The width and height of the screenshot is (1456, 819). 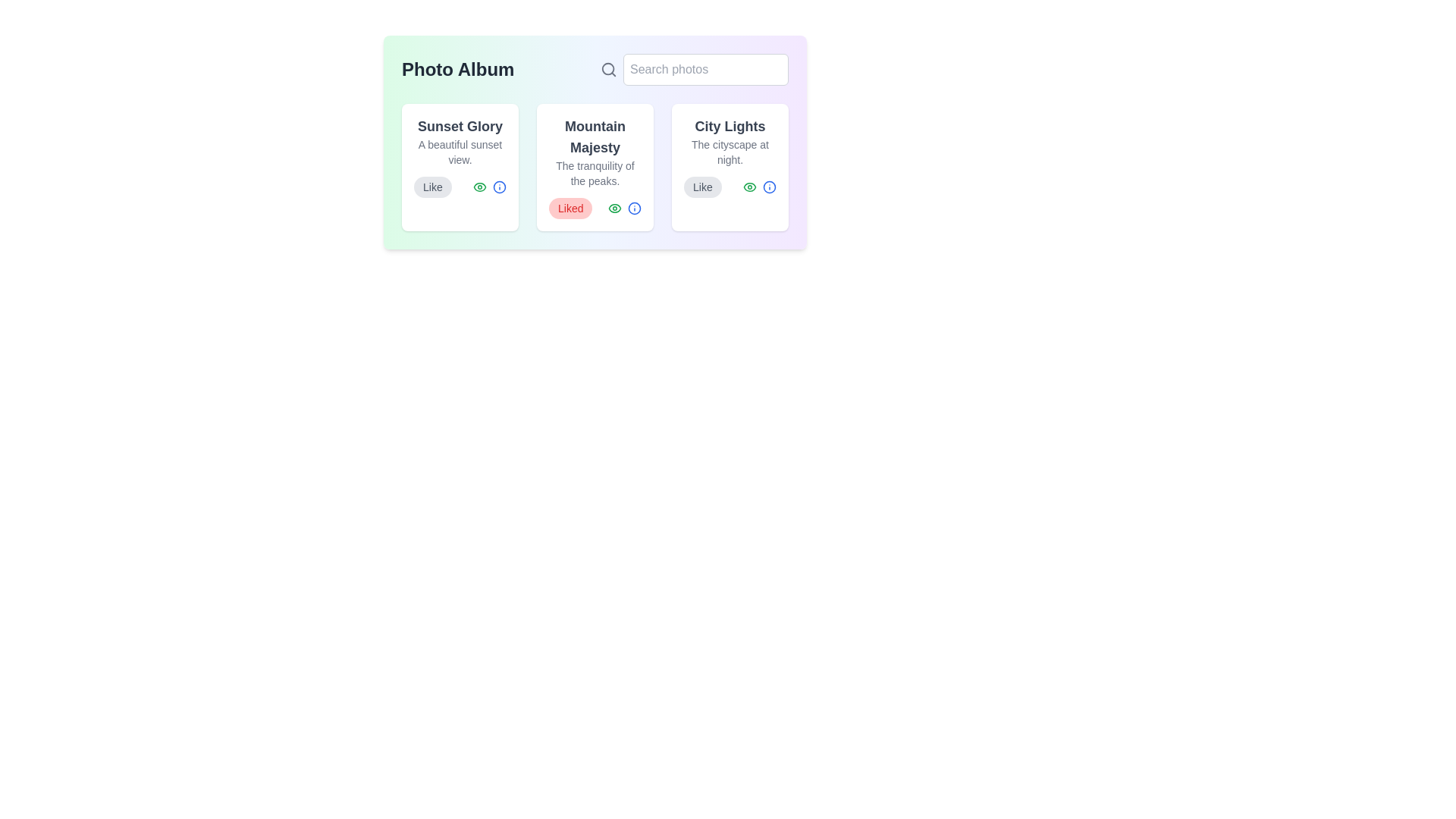 I want to click on the information icon of the photo titled Sunset Glory, so click(x=499, y=186).